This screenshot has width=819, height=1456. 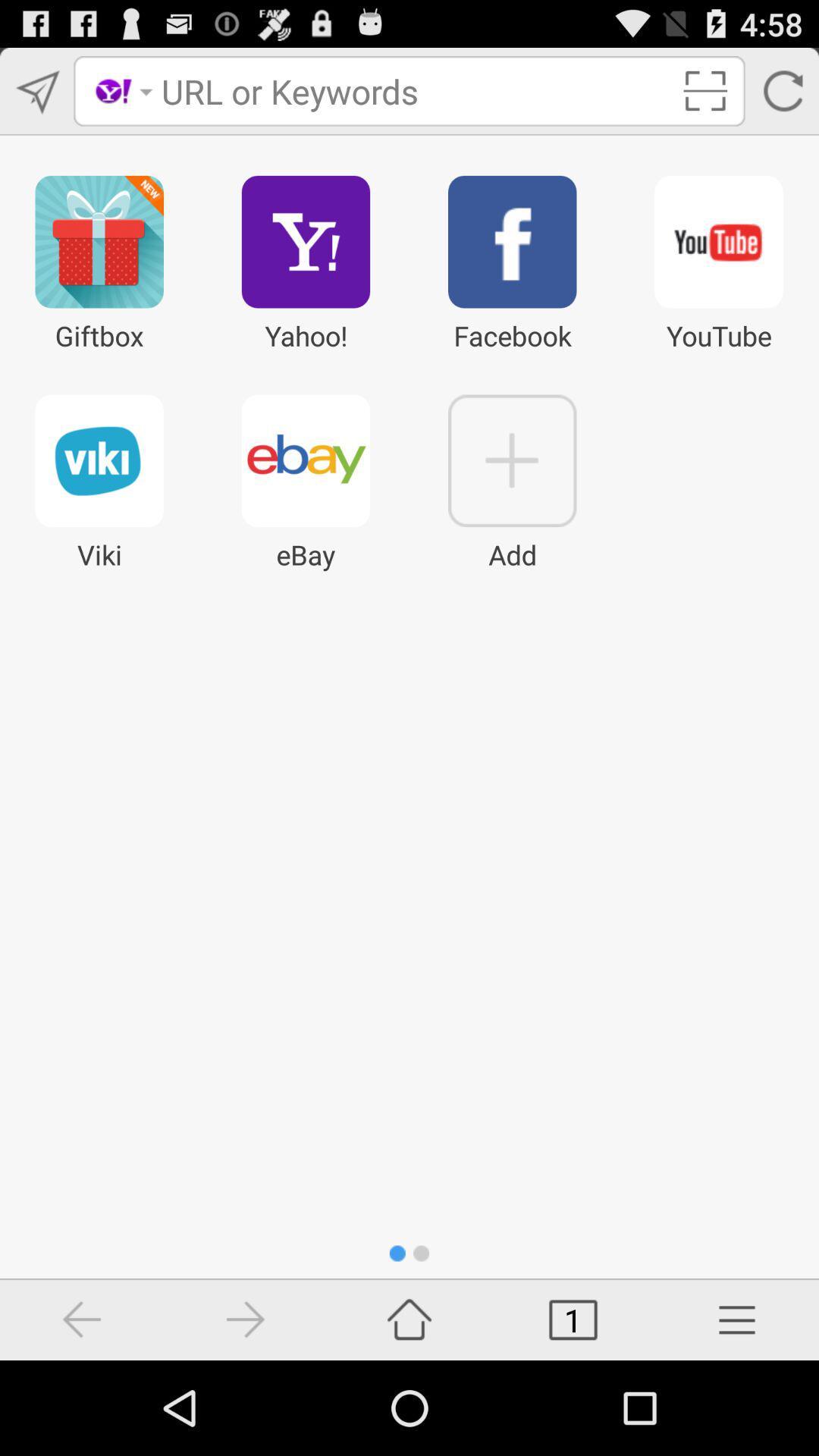 I want to click on icon above ebay below yahoo, so click(x=306, y=460).